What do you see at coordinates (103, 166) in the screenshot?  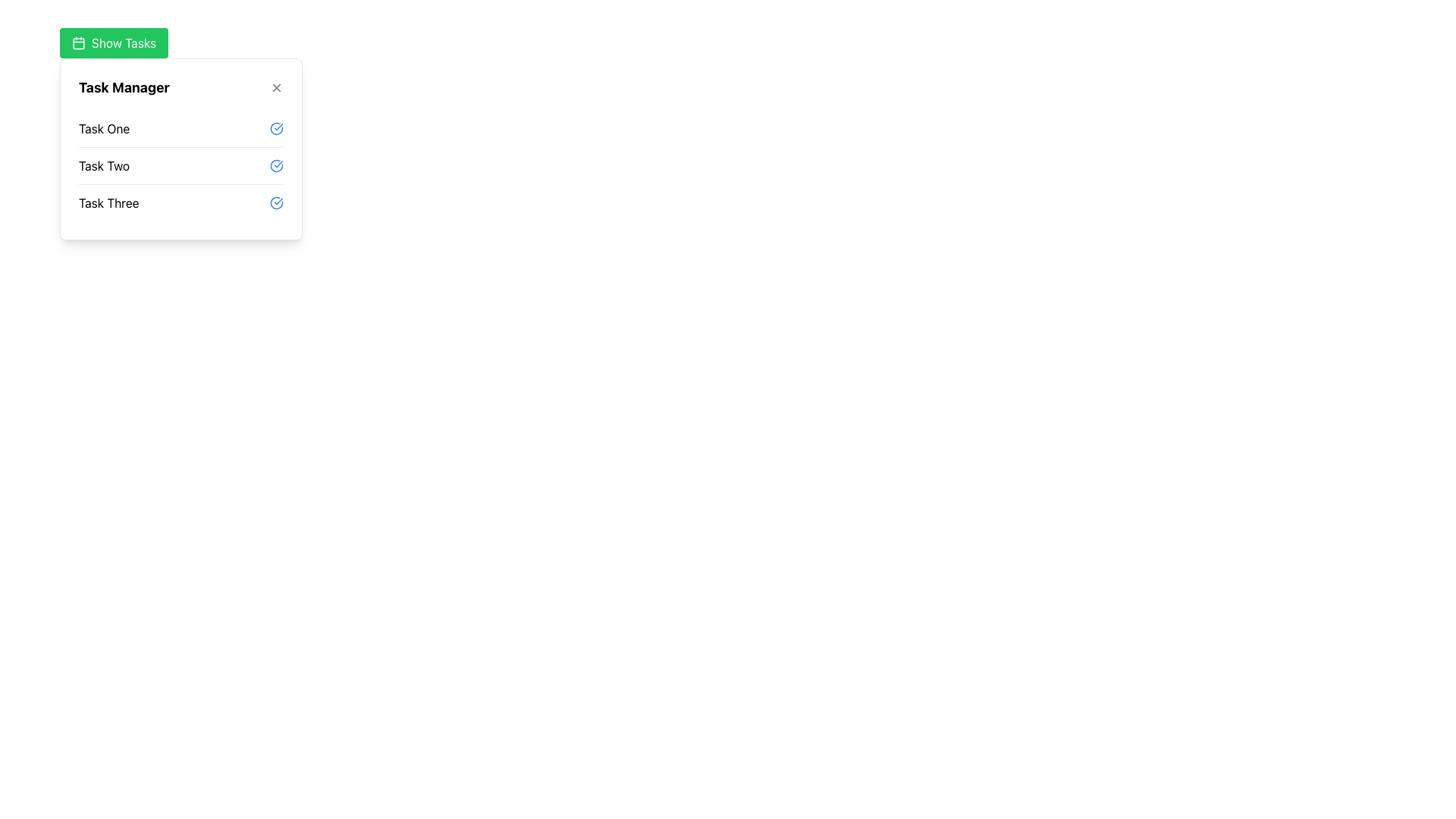 I see `the 'Task Two' text label in the 'Task Manager' panel, which displays the text in bold and clear font, positioned below 'Task One' and above 'Task Three'` at bounding box center [103, 166].